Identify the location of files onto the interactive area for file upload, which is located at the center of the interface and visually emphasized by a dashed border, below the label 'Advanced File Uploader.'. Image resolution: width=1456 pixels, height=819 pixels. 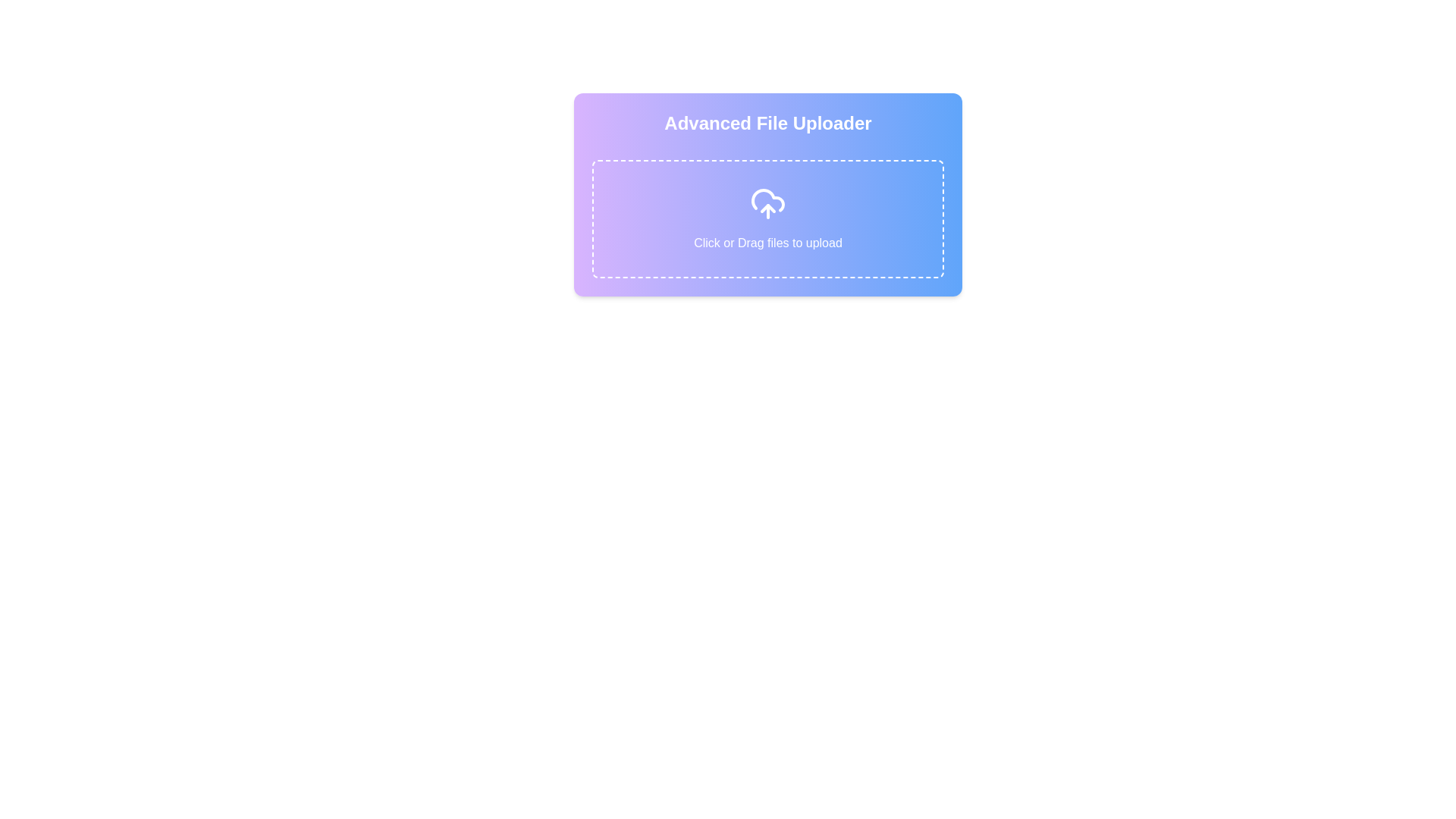
(767, 194).